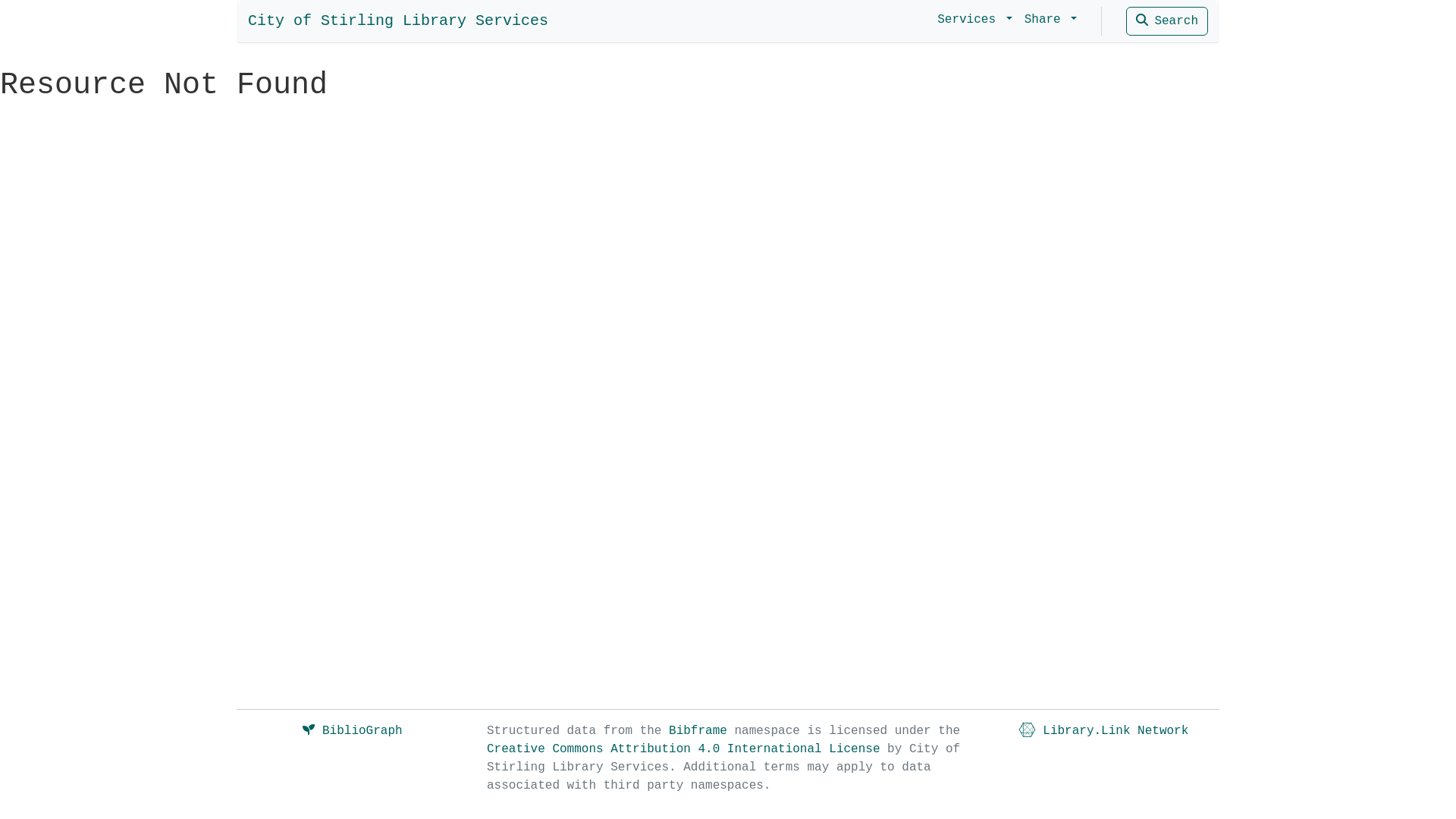 The height and width of the screenshot is (819, 1456). What do you see at coordinates (974, 20) in the screenshot?
I see `'Services'` at bounding box center [974, 20].